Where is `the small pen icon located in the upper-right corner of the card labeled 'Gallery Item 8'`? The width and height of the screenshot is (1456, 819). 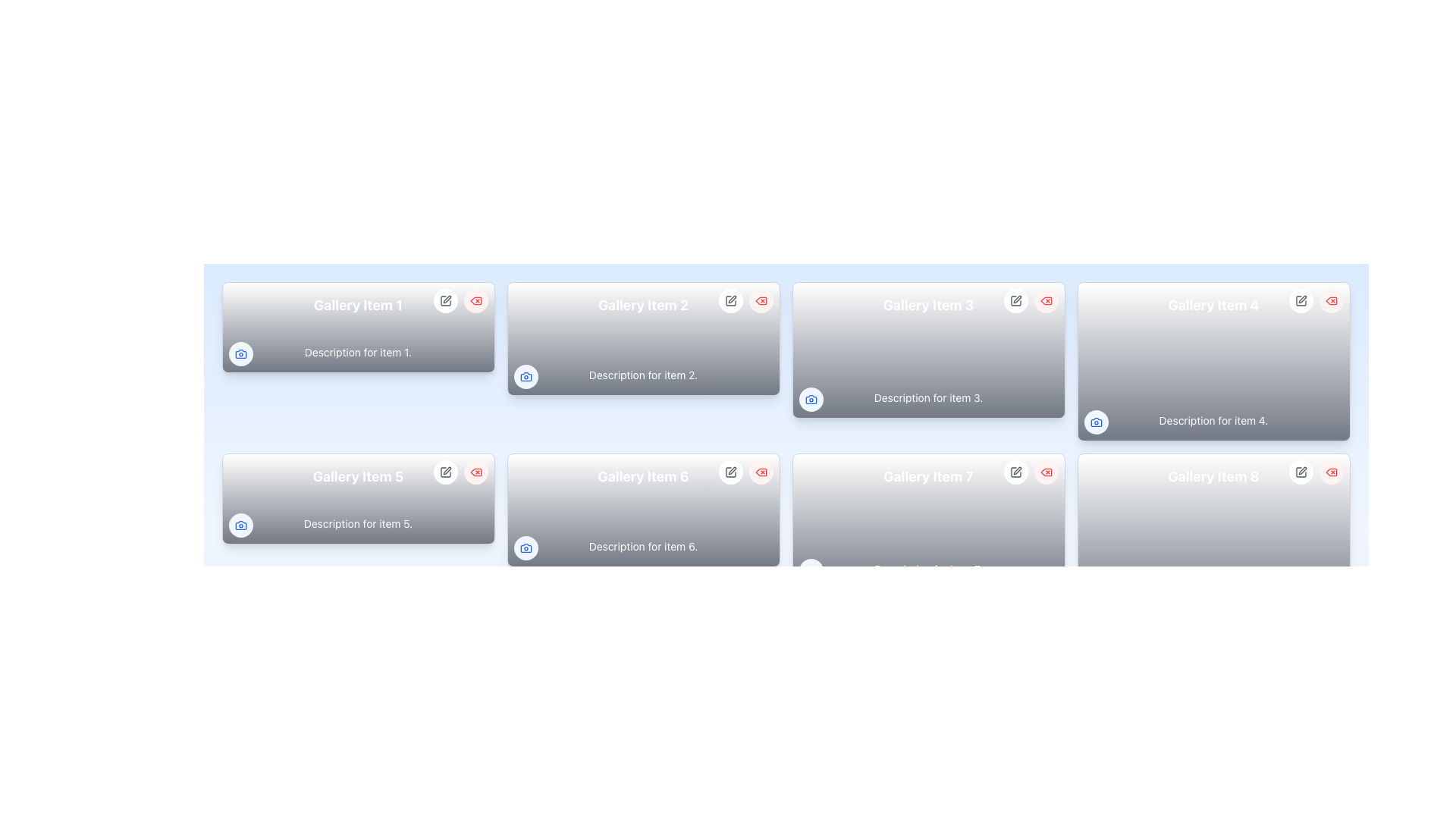
the small pen icon located in the upper-right corner of the card labeled 'Gallery Item 8' is located at coordinates (1017, 470).